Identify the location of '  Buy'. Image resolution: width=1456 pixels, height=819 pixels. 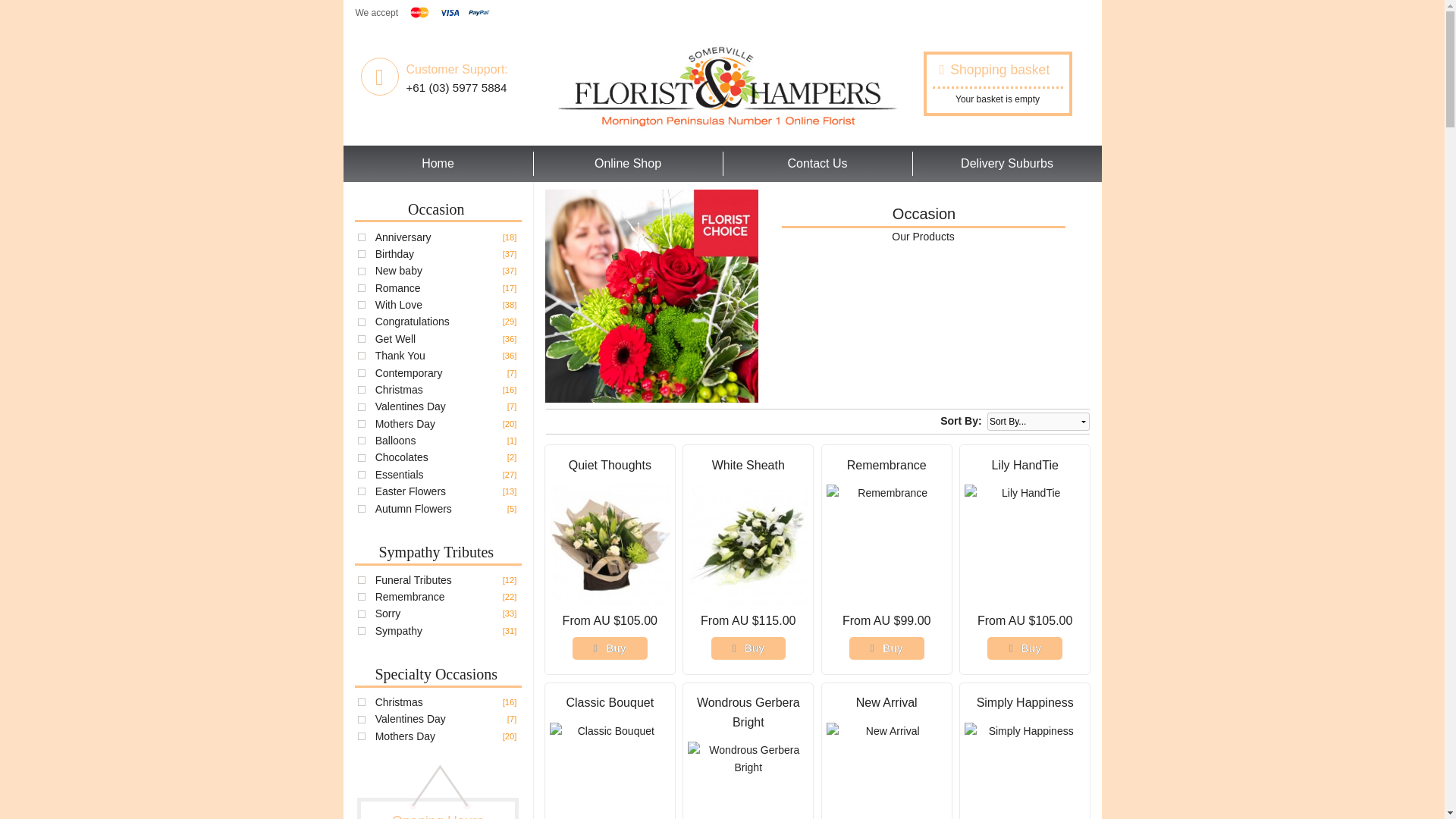
(886, 648).